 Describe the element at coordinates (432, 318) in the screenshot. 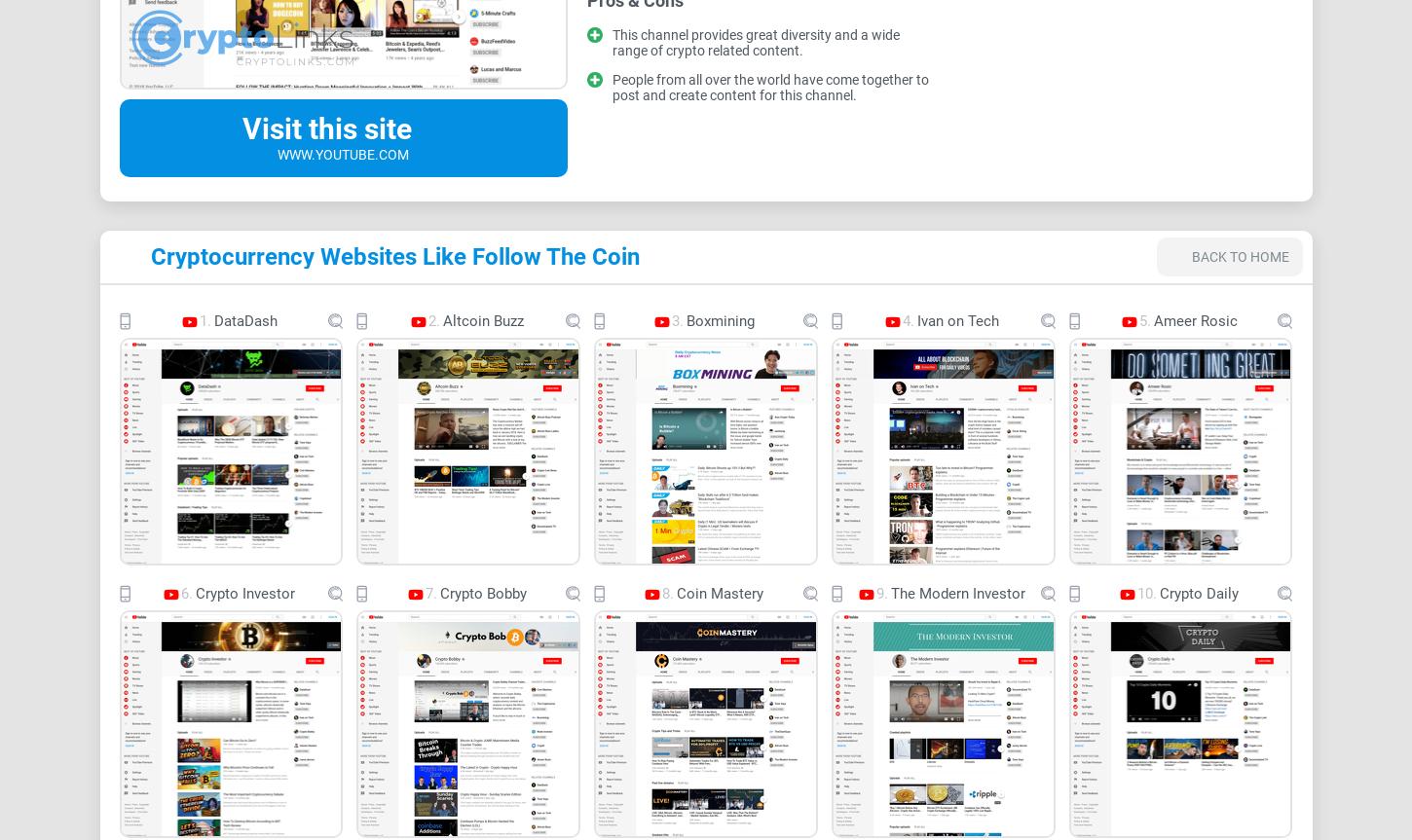

I see `'2.'` at that location.